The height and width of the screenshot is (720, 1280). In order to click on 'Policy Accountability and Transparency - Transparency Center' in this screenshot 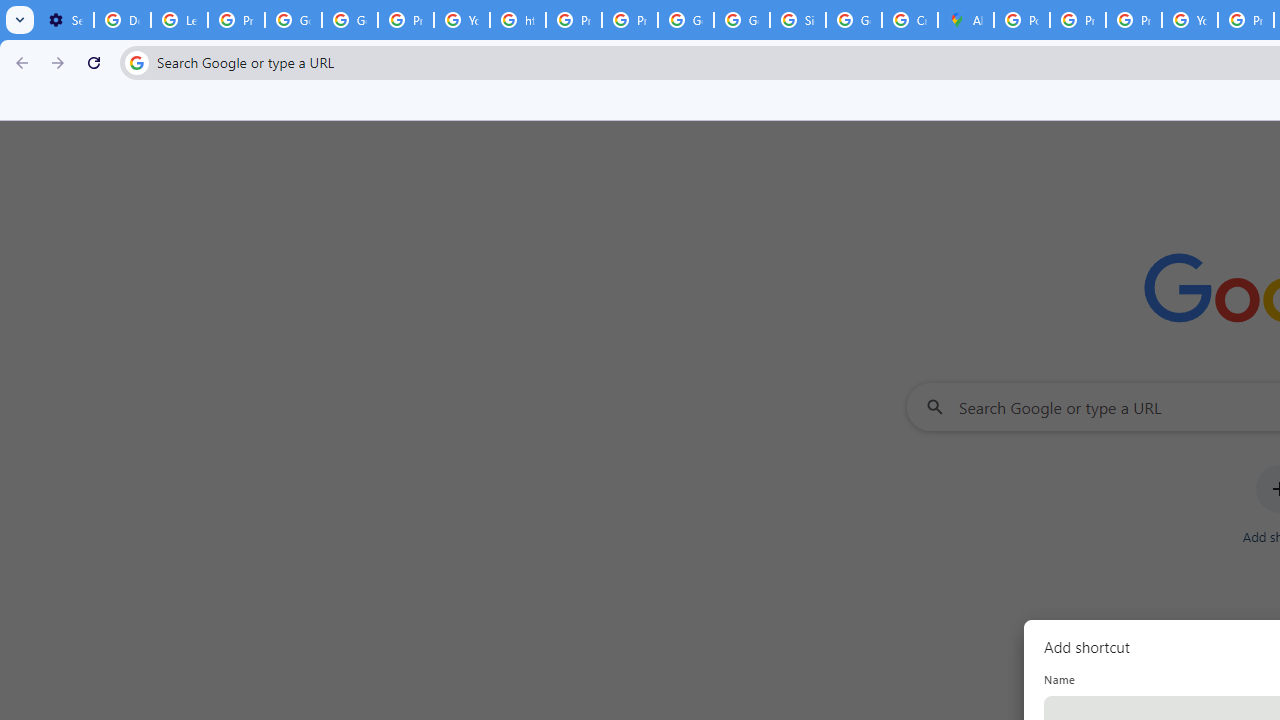, I will do `click(1022, 20)`.